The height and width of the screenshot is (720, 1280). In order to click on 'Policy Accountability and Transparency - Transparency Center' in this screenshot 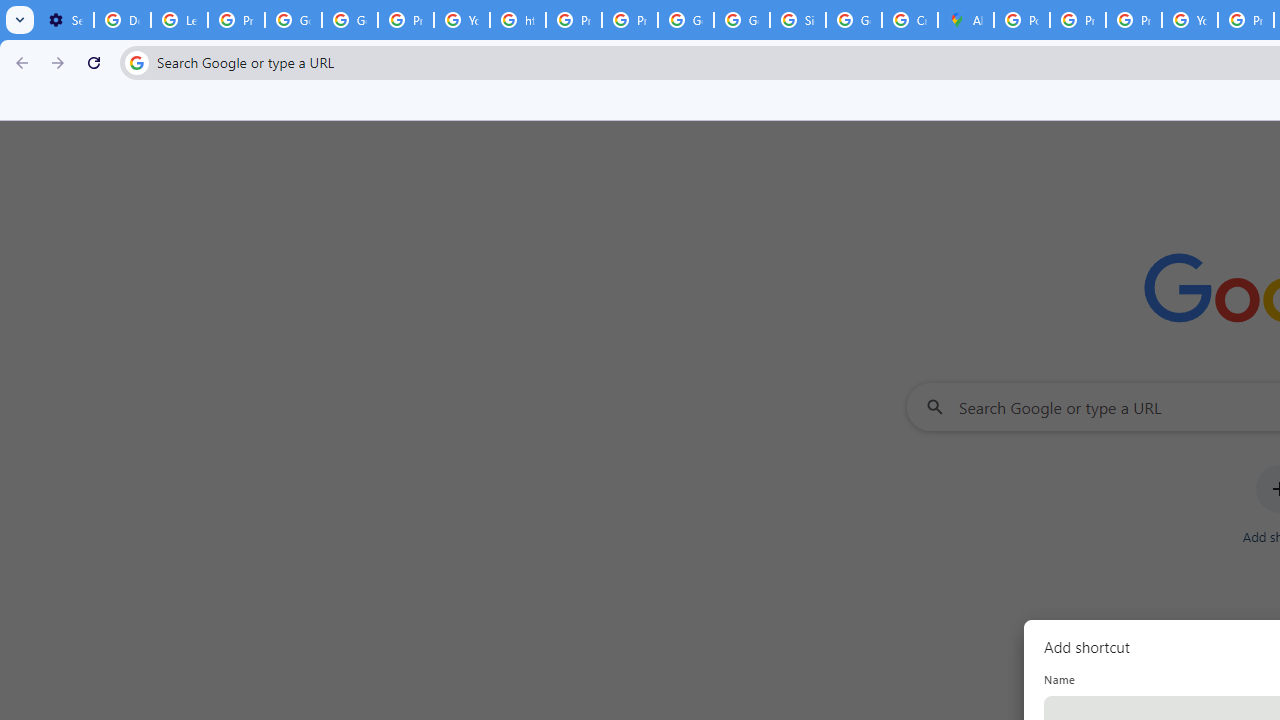, I will do `click(1022, 20)`.